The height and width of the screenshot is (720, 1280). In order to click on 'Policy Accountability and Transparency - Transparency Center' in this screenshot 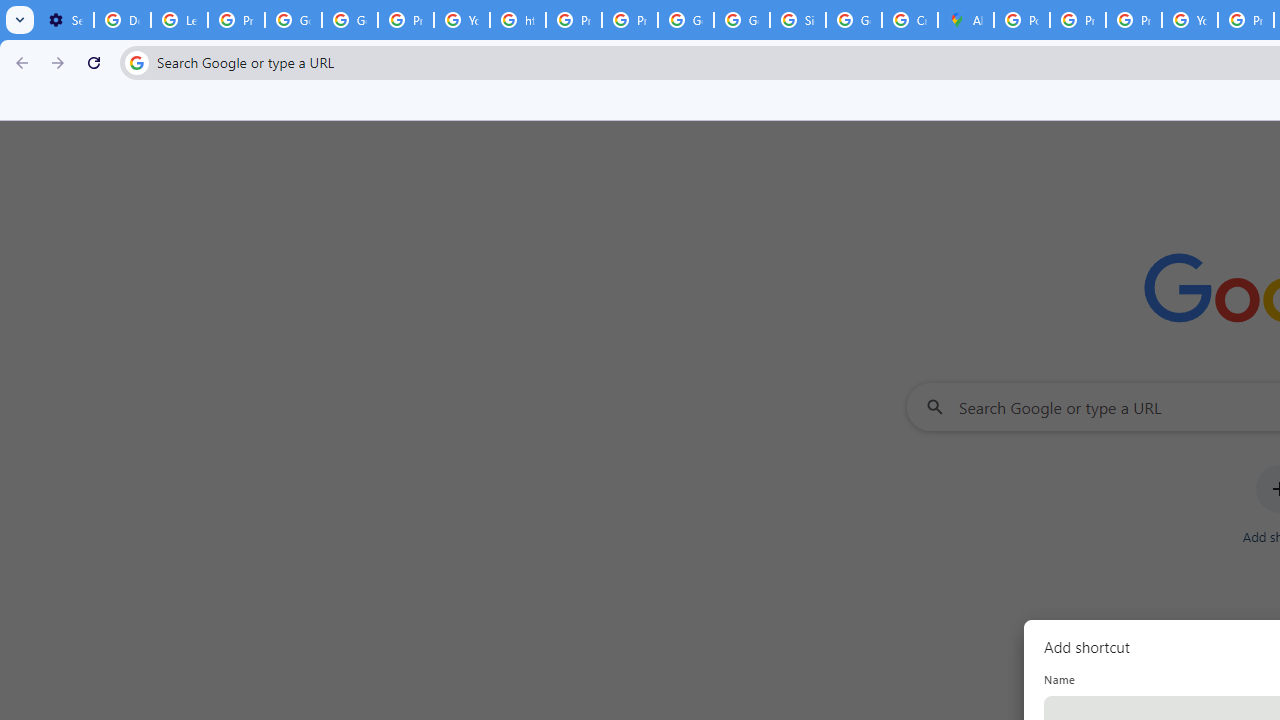, I will do `click(1022, 20)`.